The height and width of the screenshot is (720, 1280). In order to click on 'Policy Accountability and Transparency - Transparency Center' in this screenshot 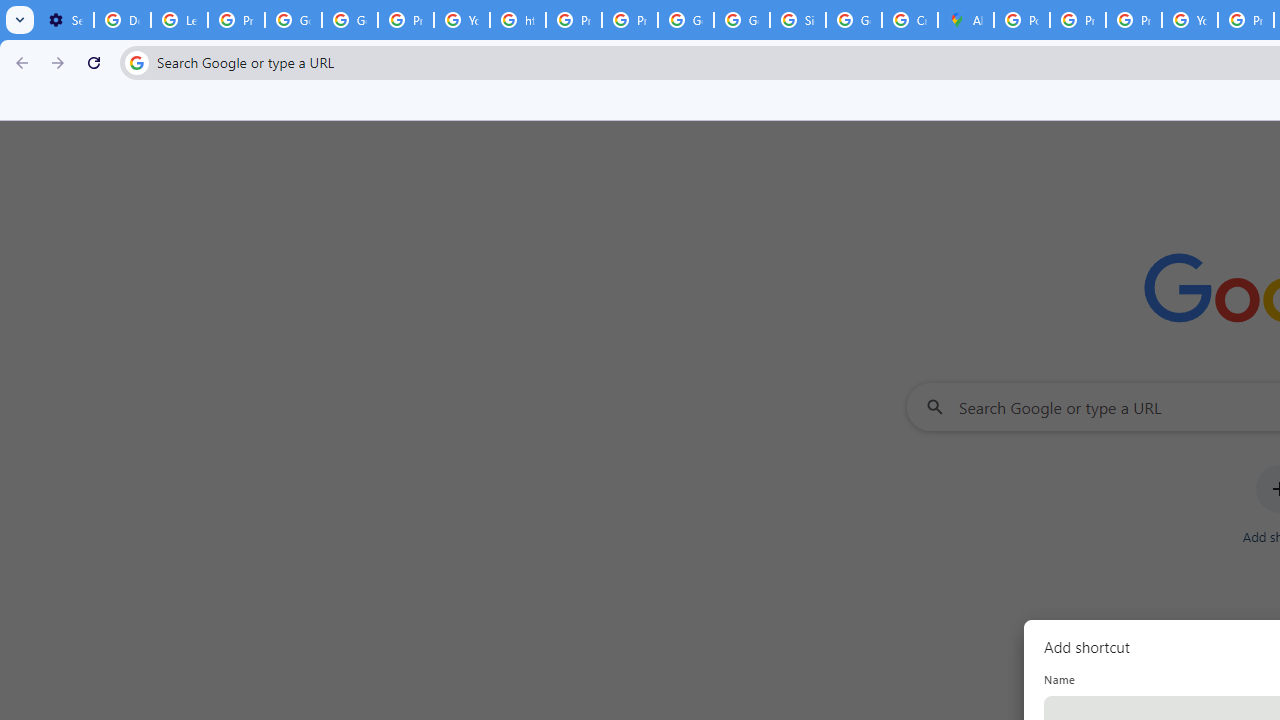, I will do `click(1022, 20)`.